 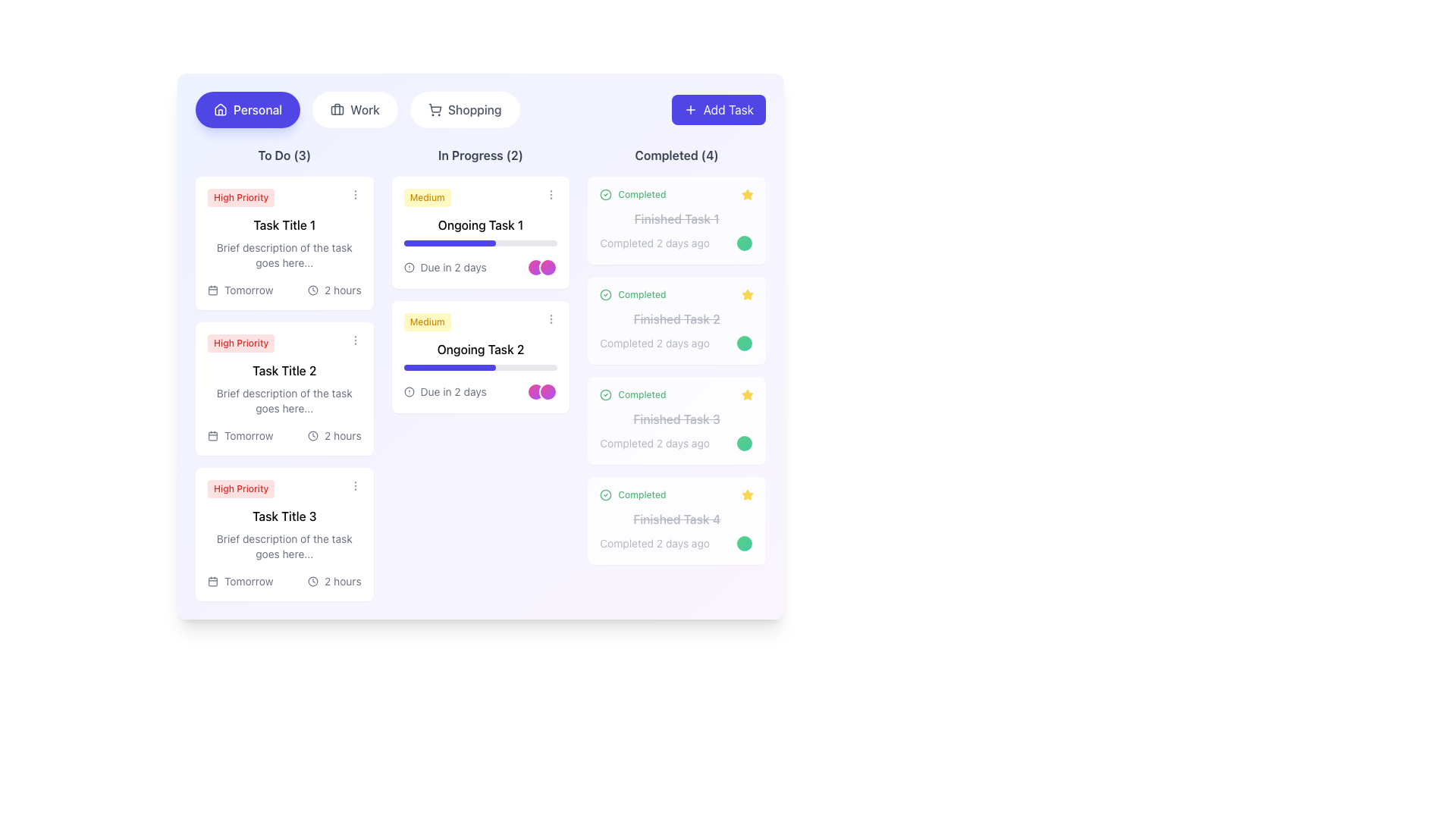 I want to click on the text label indicating 'Finished Task 2', which is styled with a line-through and gray color, located in the 'Completed' column, so click(x=676, y=318).